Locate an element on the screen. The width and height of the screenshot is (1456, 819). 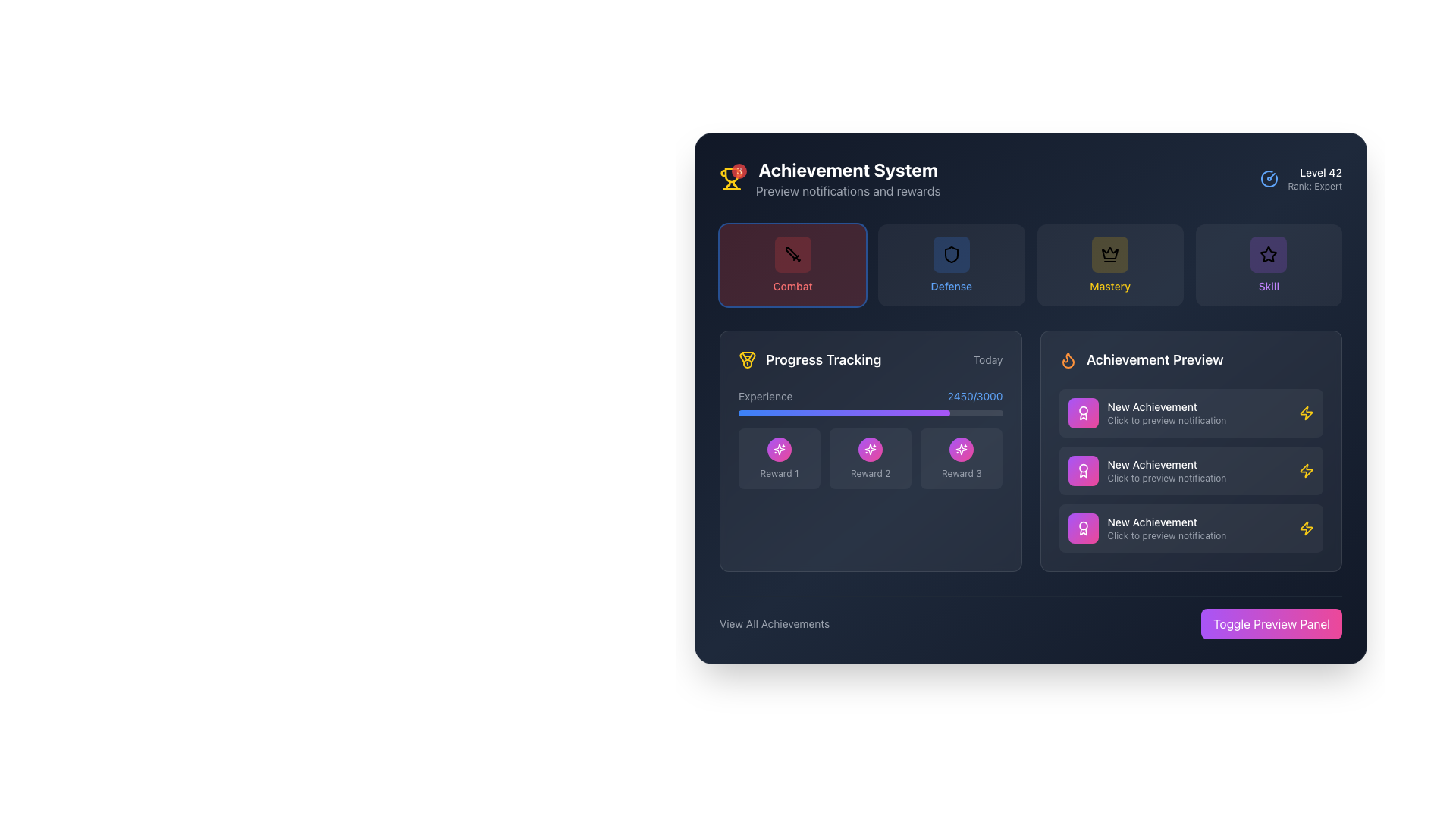
the 'New Achievement' text label displayed in a medium, white-colored font within the dark-themed card layout of the 'Achievement Preview' section is located at coordinates (1197, 464).